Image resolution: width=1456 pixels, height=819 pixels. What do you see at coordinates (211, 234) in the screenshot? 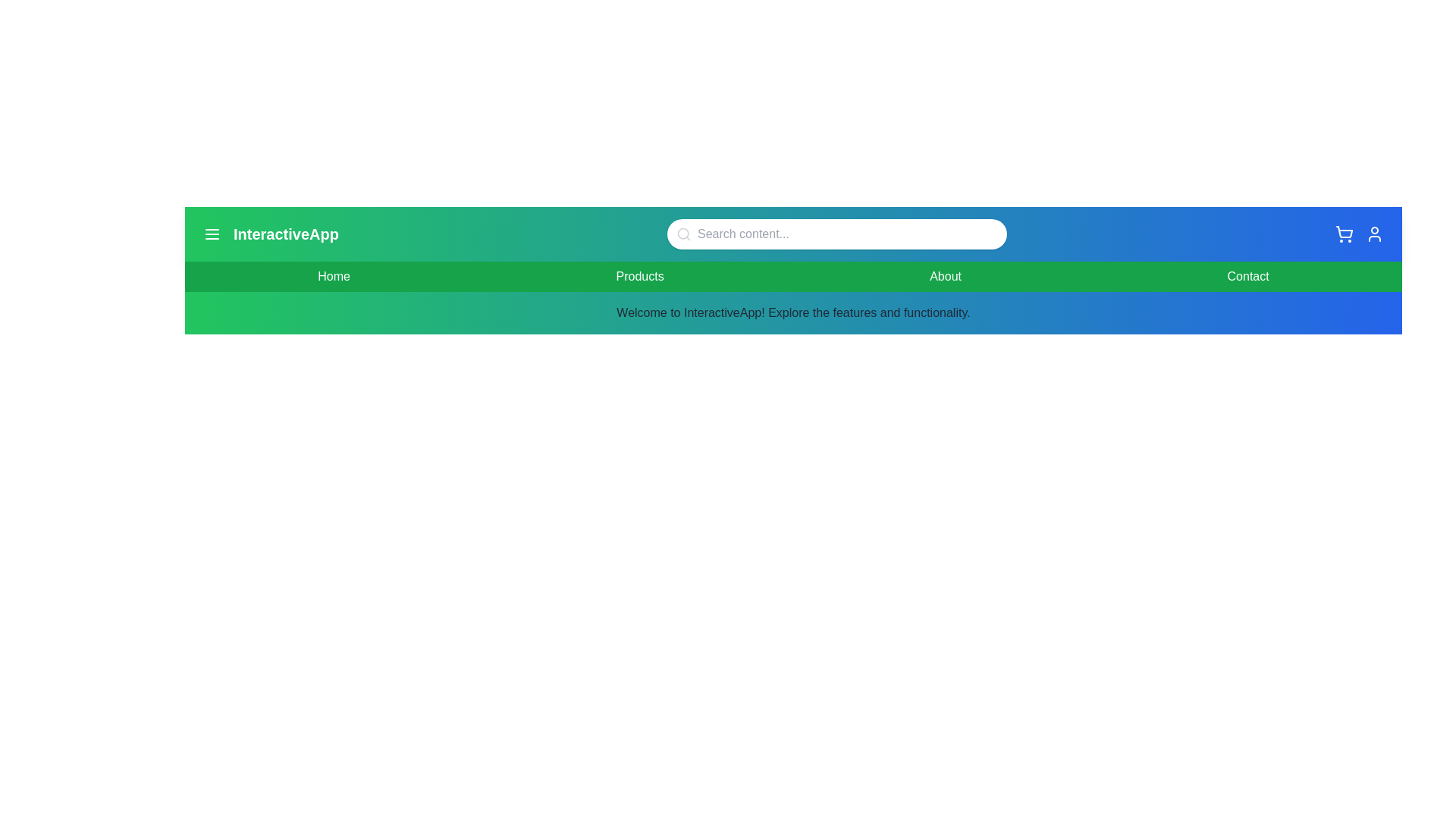
I see `the menu icon to toggle the dropdown menu visibility` at bounding box center [211, 234].